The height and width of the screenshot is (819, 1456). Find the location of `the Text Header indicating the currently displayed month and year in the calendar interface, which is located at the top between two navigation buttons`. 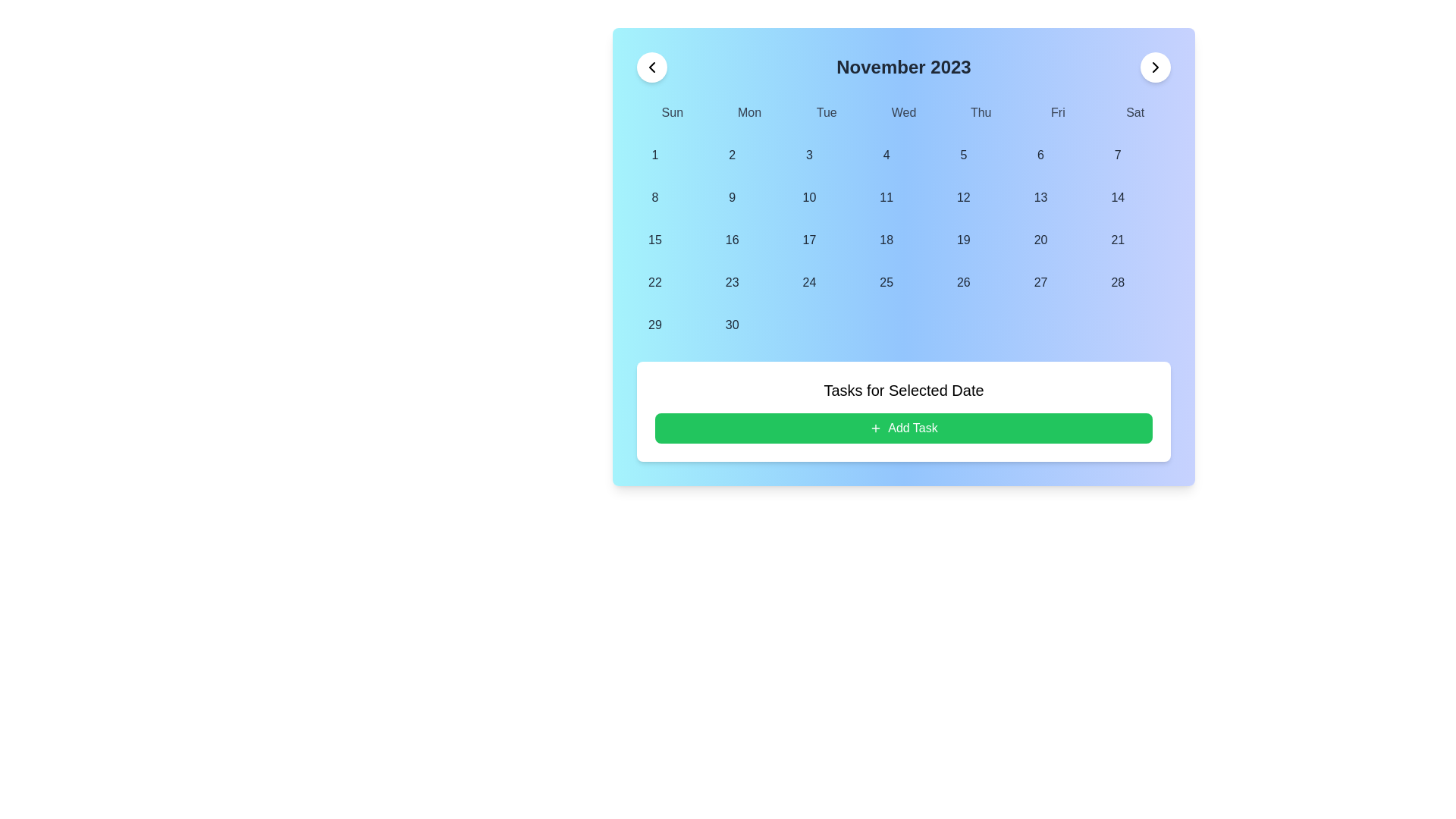

the Text Header indicating the currently displayed month and year in the calendar interface, which is located at the top between two navigation buttons is located at coordinates (903, 66).